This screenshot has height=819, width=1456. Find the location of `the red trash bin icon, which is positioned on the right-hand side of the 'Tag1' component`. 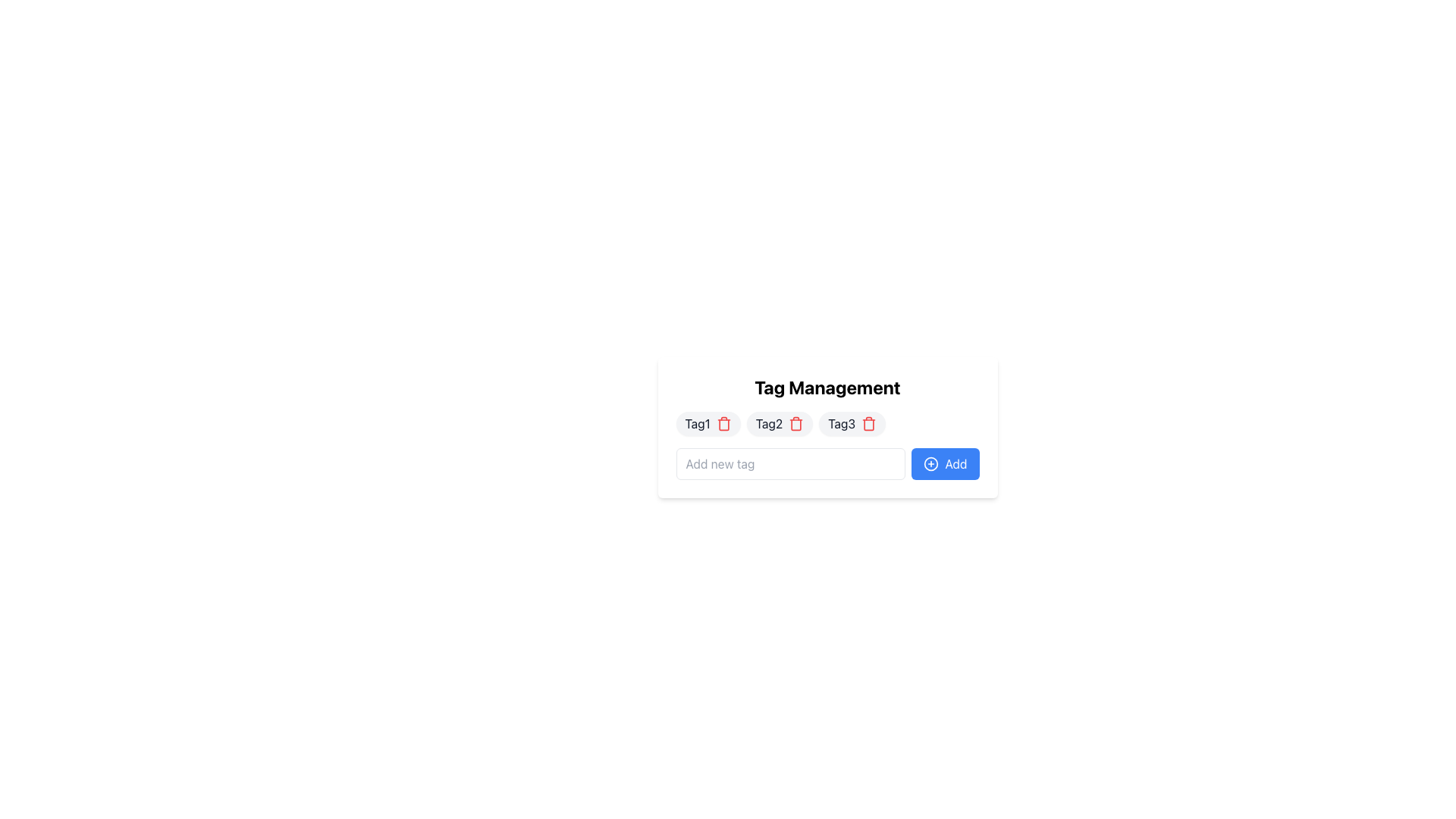

the red trash bin icon, which is positioned on the right-hand side of the 'Tag1' component is located at coordinates (723, 424).